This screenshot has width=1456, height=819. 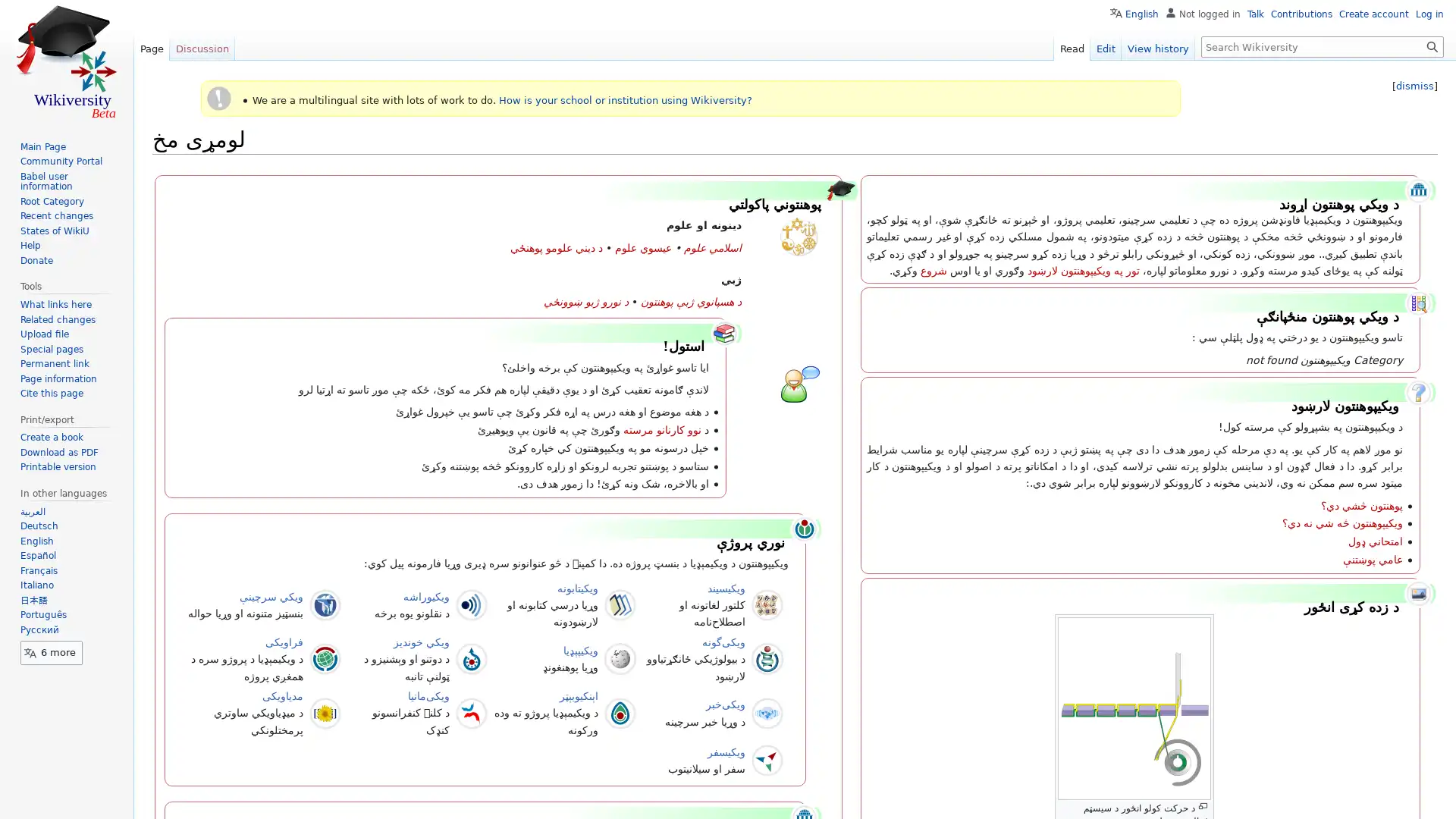 What do you see at coordinates (51, 651) in the screenshot?
I see `6 more` at bounding box center [51, 651].